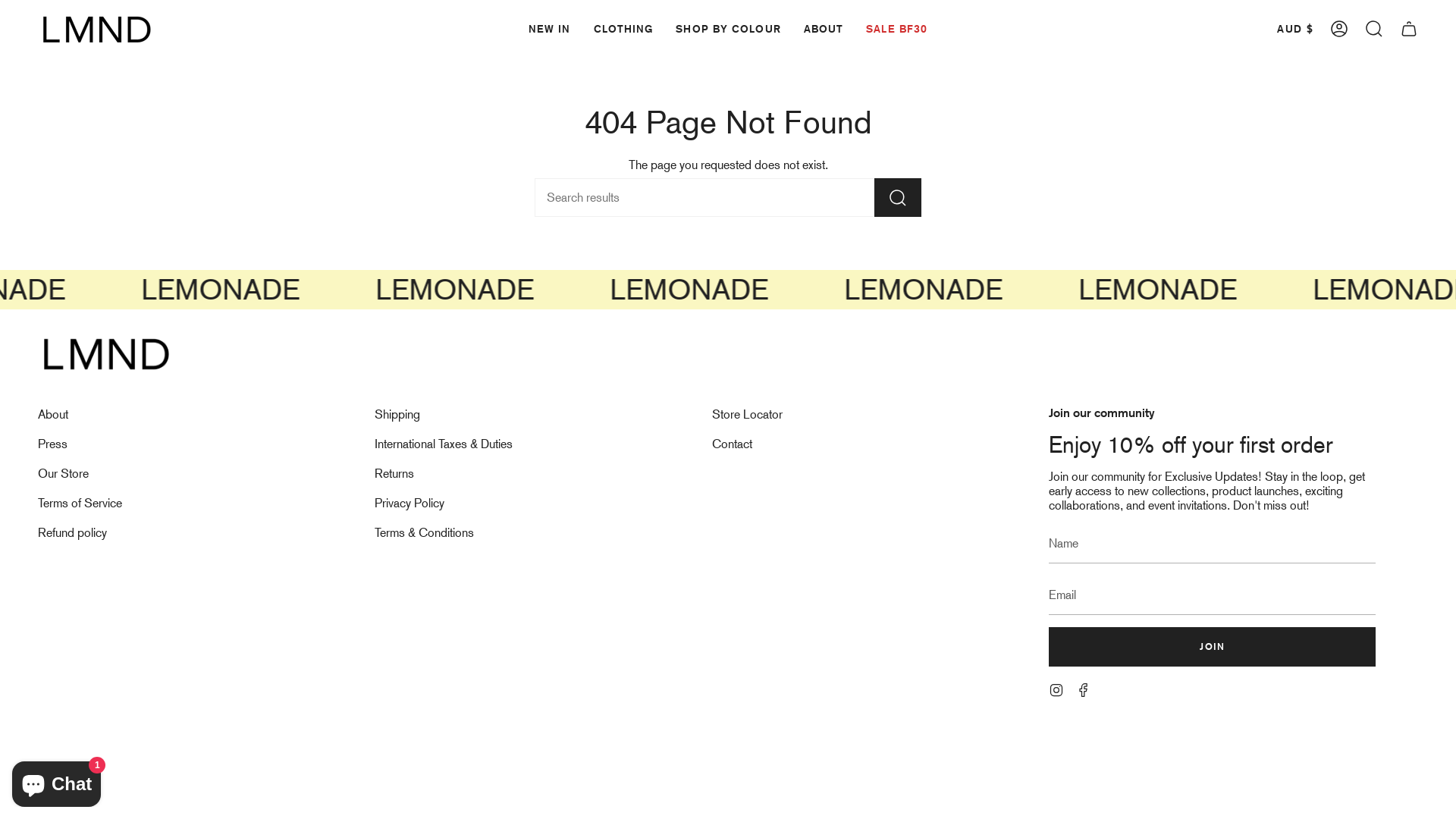 This screenshot has width=1456, height=819. What do you see at coordinates (747, 414) in the screenshot?
I see `'Store Locator'` at bounding box center [747, 414].